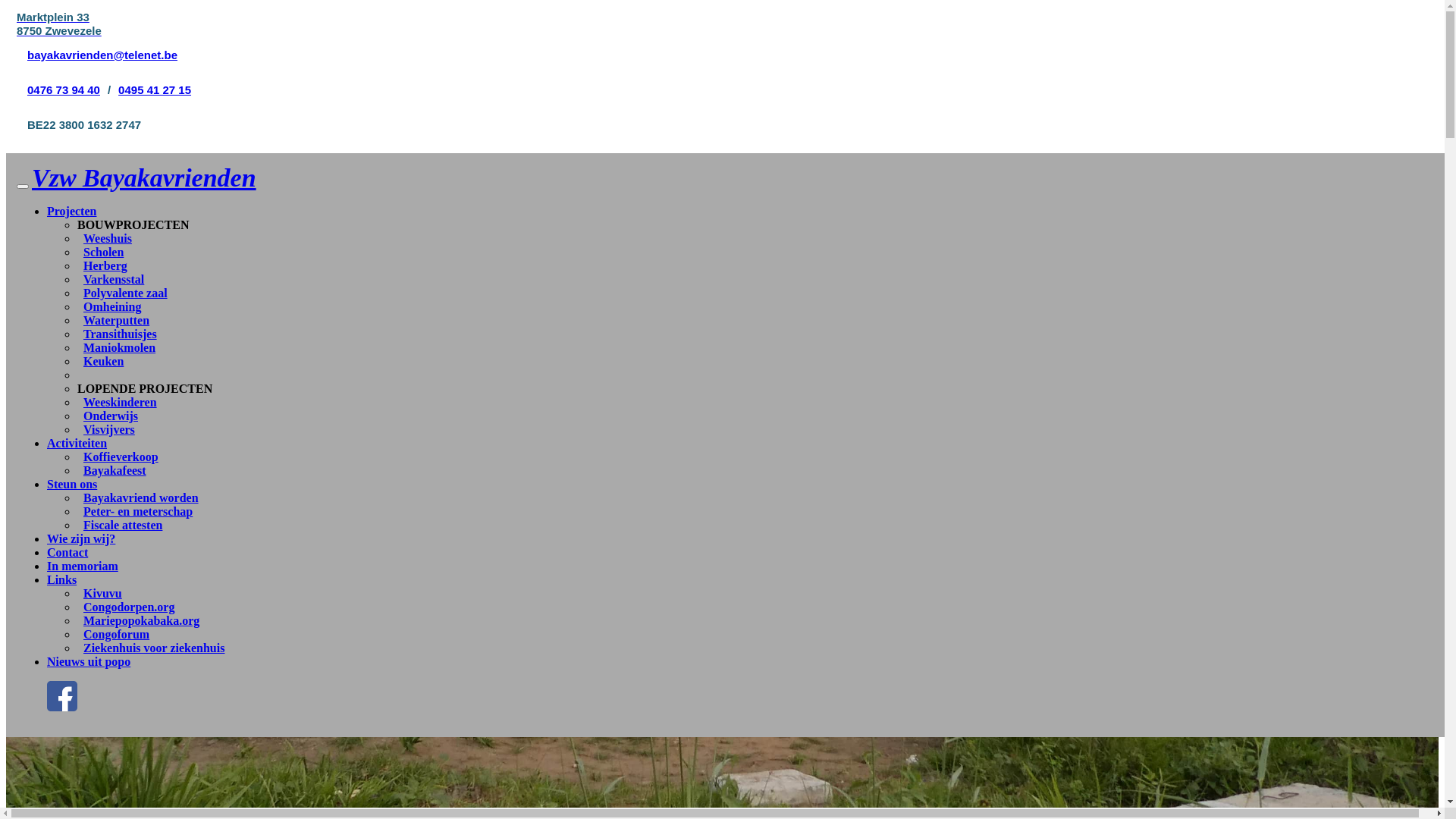 This screenshot has height=819, width=1456. Describe the element at coordinates (122, 293) in the screenshot. I see `'Polyvalente zaal'` at that location.